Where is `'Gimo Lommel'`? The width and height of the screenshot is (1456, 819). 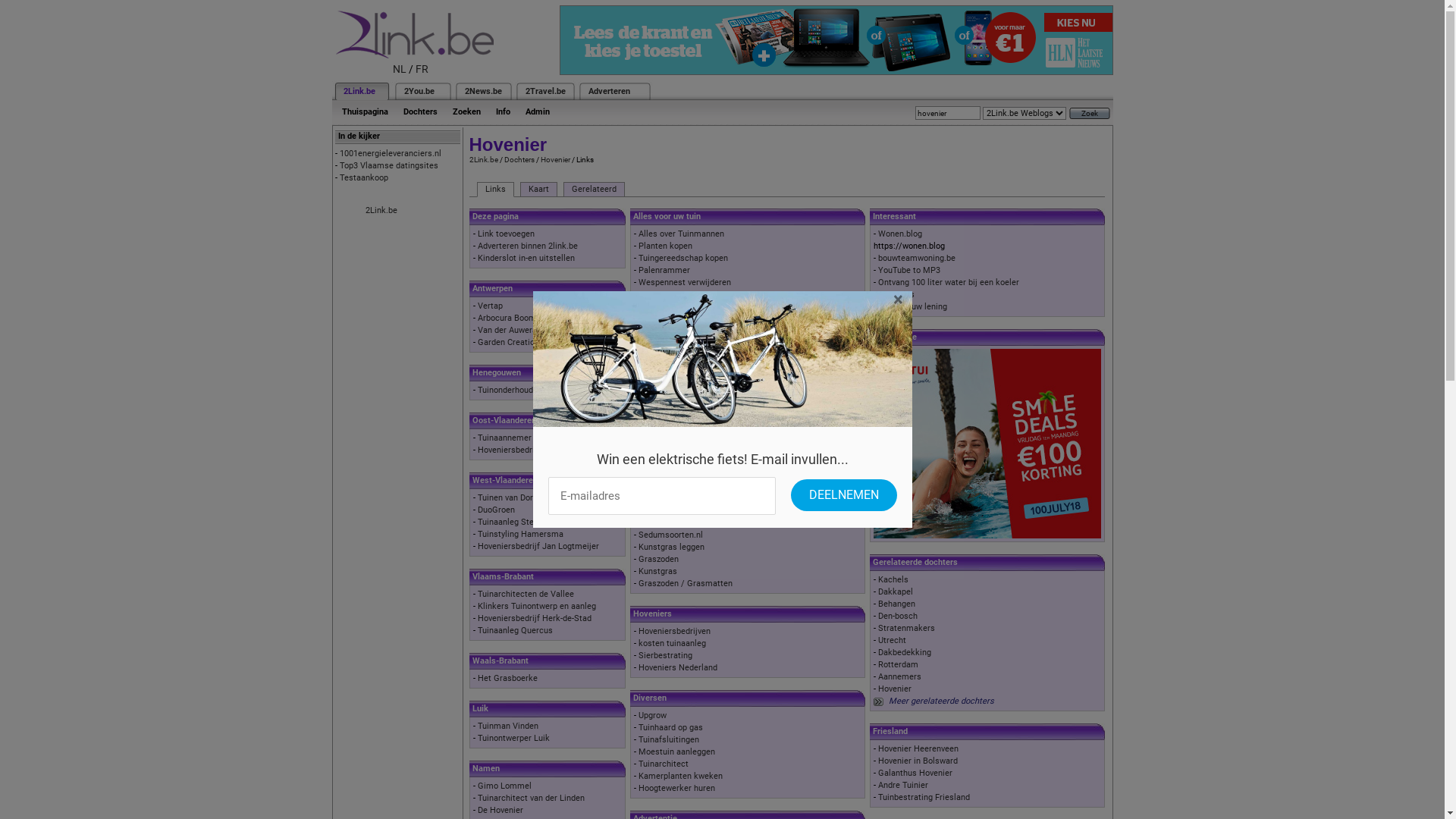
'Gimo Lommel' is located at coordinates (504, 785).